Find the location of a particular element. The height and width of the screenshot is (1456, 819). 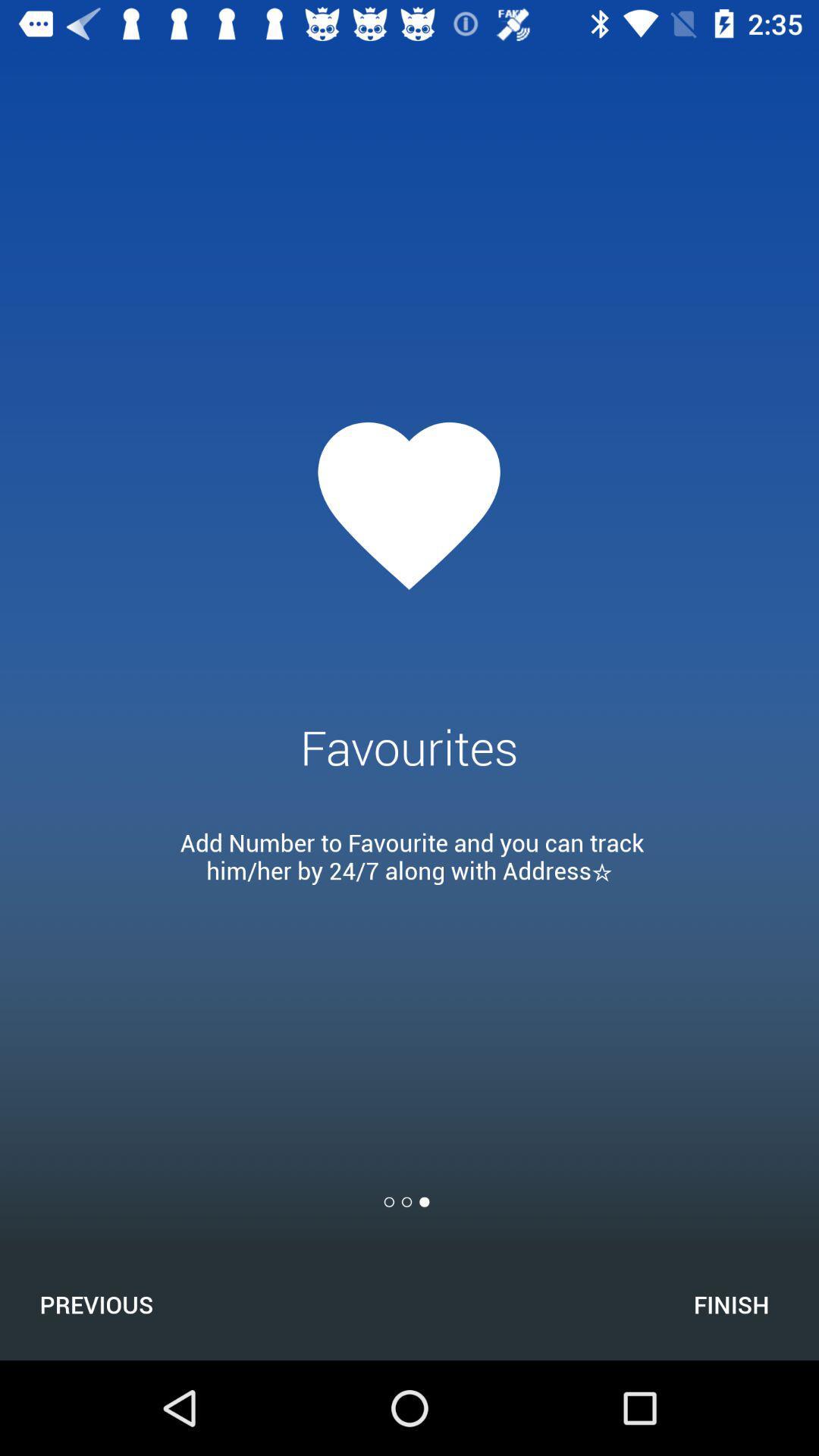

previous is located at coordinates (96, 1304).